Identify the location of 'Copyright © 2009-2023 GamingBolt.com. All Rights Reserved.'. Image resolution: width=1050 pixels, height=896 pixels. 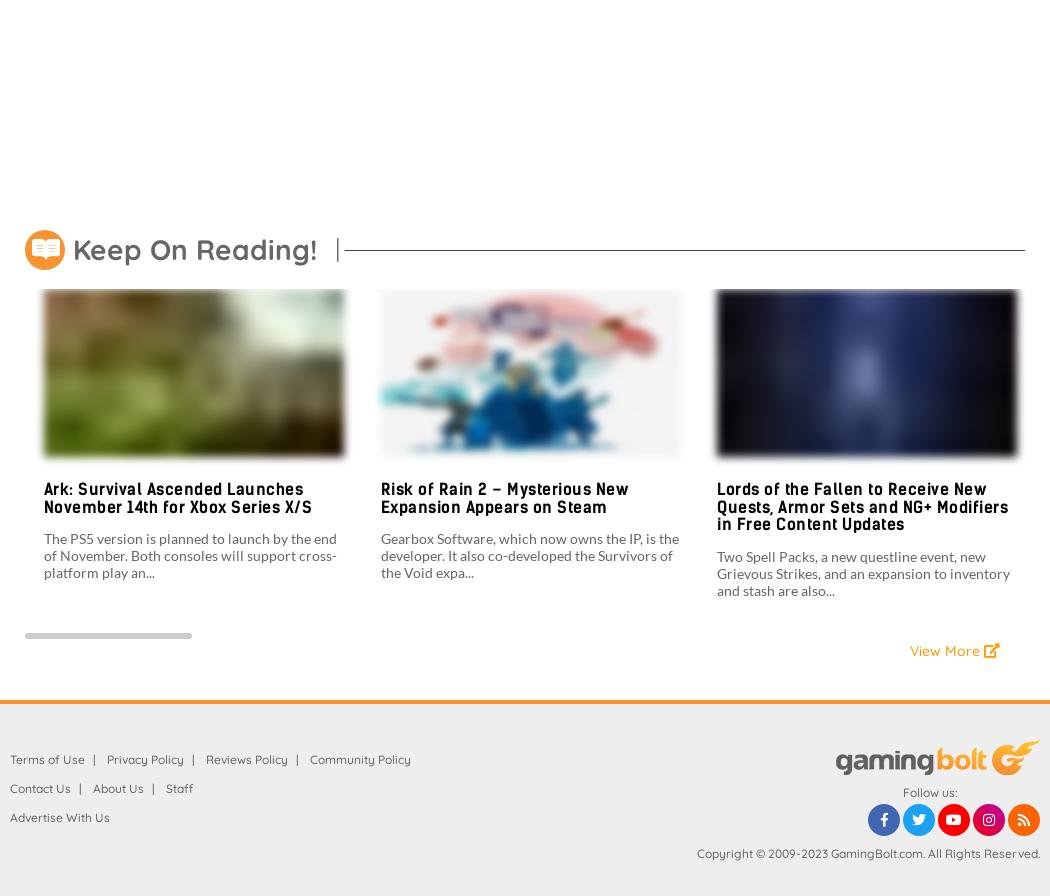
(867, 852).